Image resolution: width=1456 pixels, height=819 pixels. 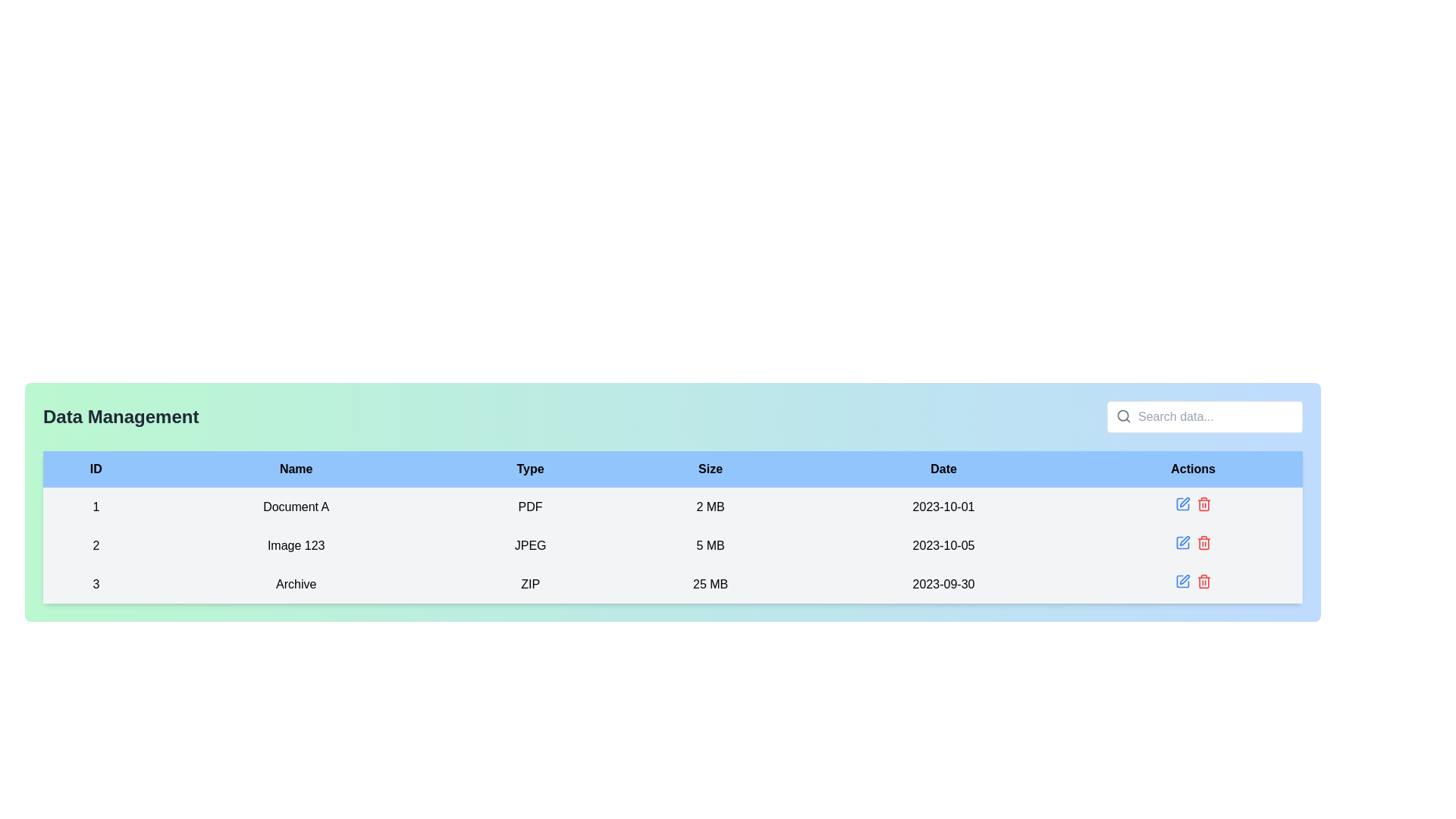 What do you see at coordinates (672, 583) in the screenshot?
I see `the third row of the table that contains the columns '3', 'Archive', 'ZIP', '25 MB', and '2023-09-30' for more options` at bounding box center [672, 583].